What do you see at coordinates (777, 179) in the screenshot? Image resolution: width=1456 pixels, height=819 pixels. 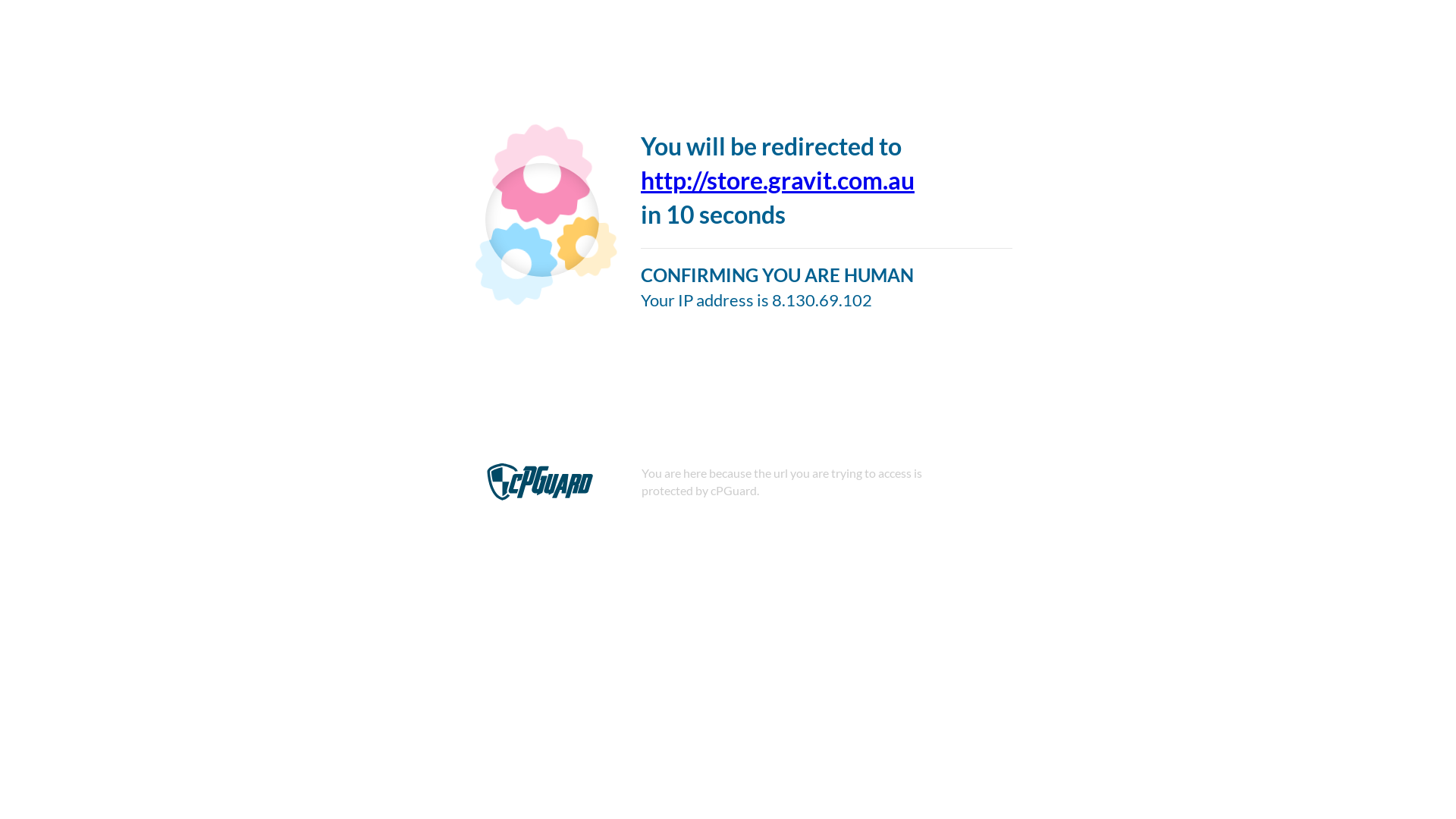 I see `'http://store.gravit.com.au'` at bounding box center [777, 179].